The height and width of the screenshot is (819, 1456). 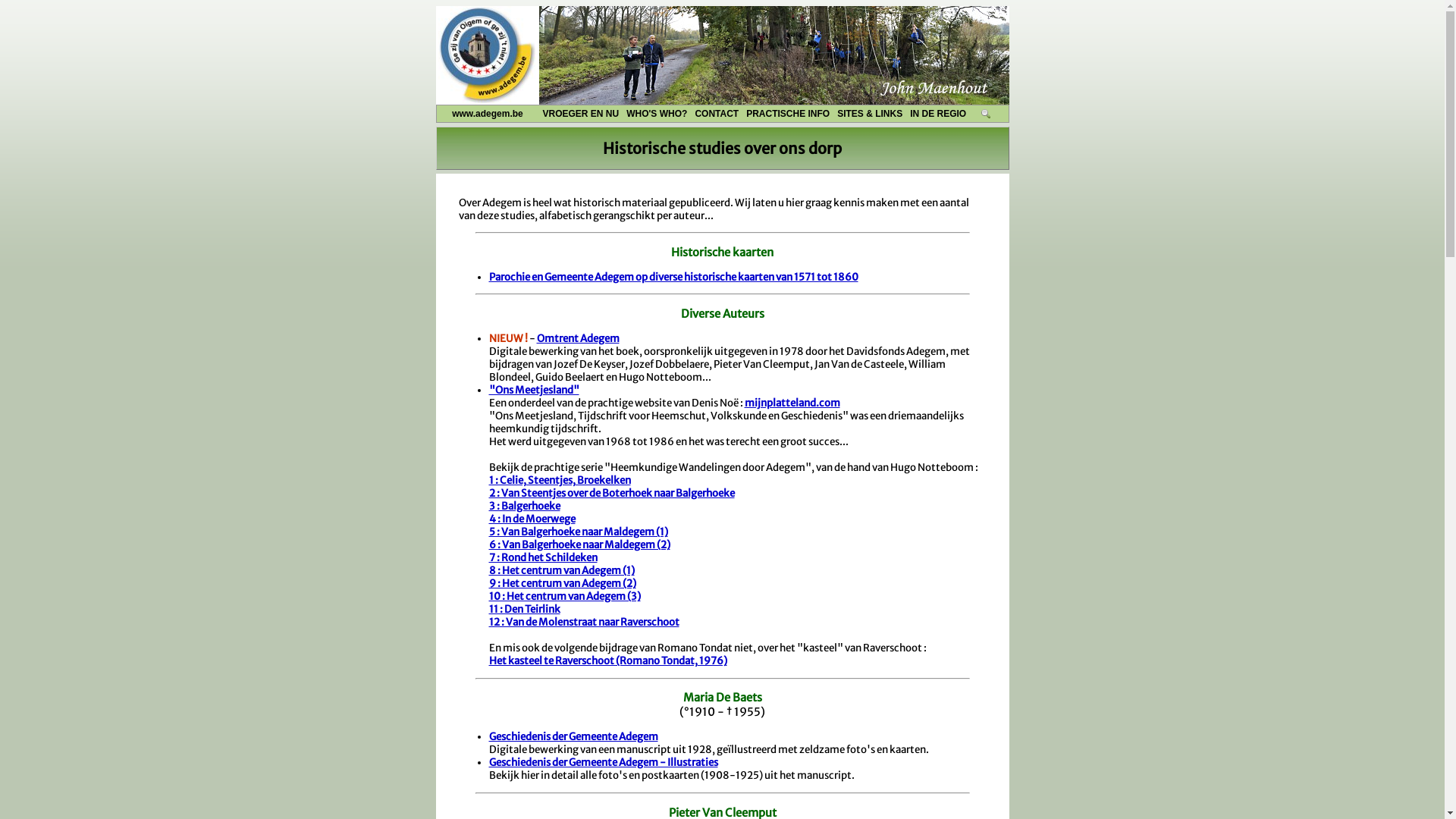 I want to click on '2 : Van Steentjes over de Boterhoek naar Balgerhoeke', so click(x=611, y=493).